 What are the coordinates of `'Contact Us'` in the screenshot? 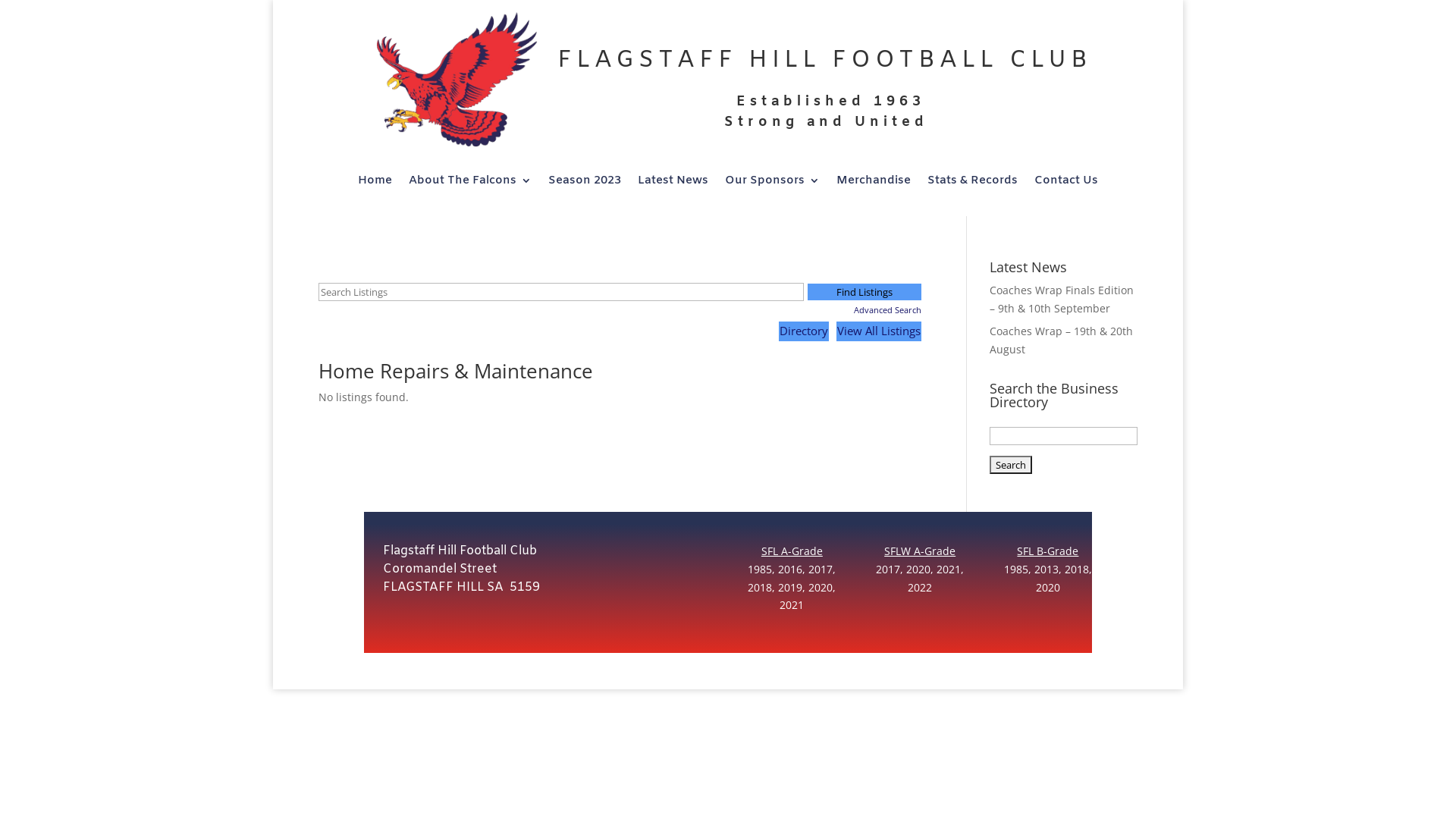 It's located at (1065, 183).